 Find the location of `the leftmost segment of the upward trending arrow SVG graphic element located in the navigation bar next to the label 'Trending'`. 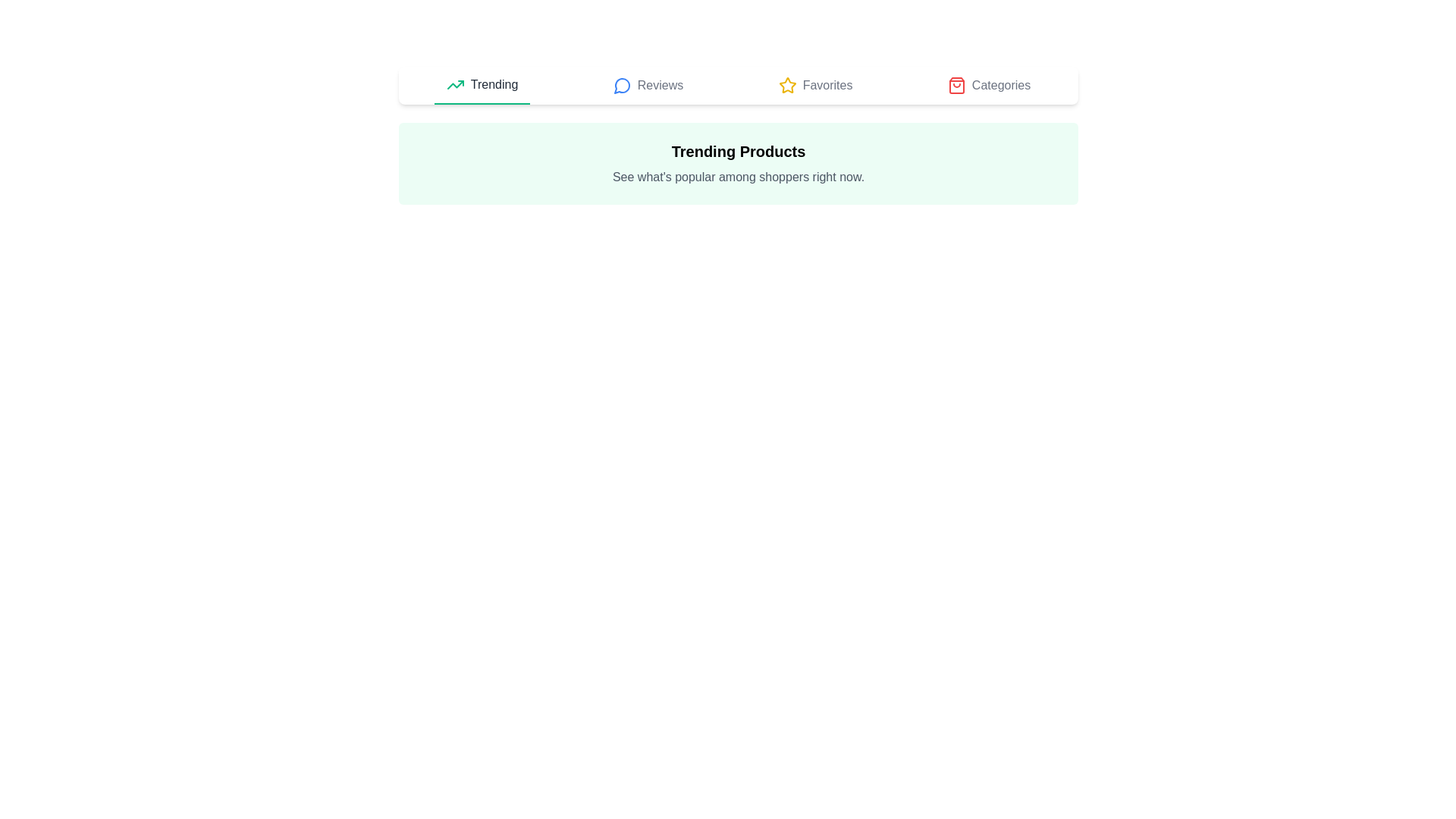

the leftmost segment of the upward trending arrow SVG graphic element located in the navigation bar next to the label 'Trending' is located at coordinates (454, 84).